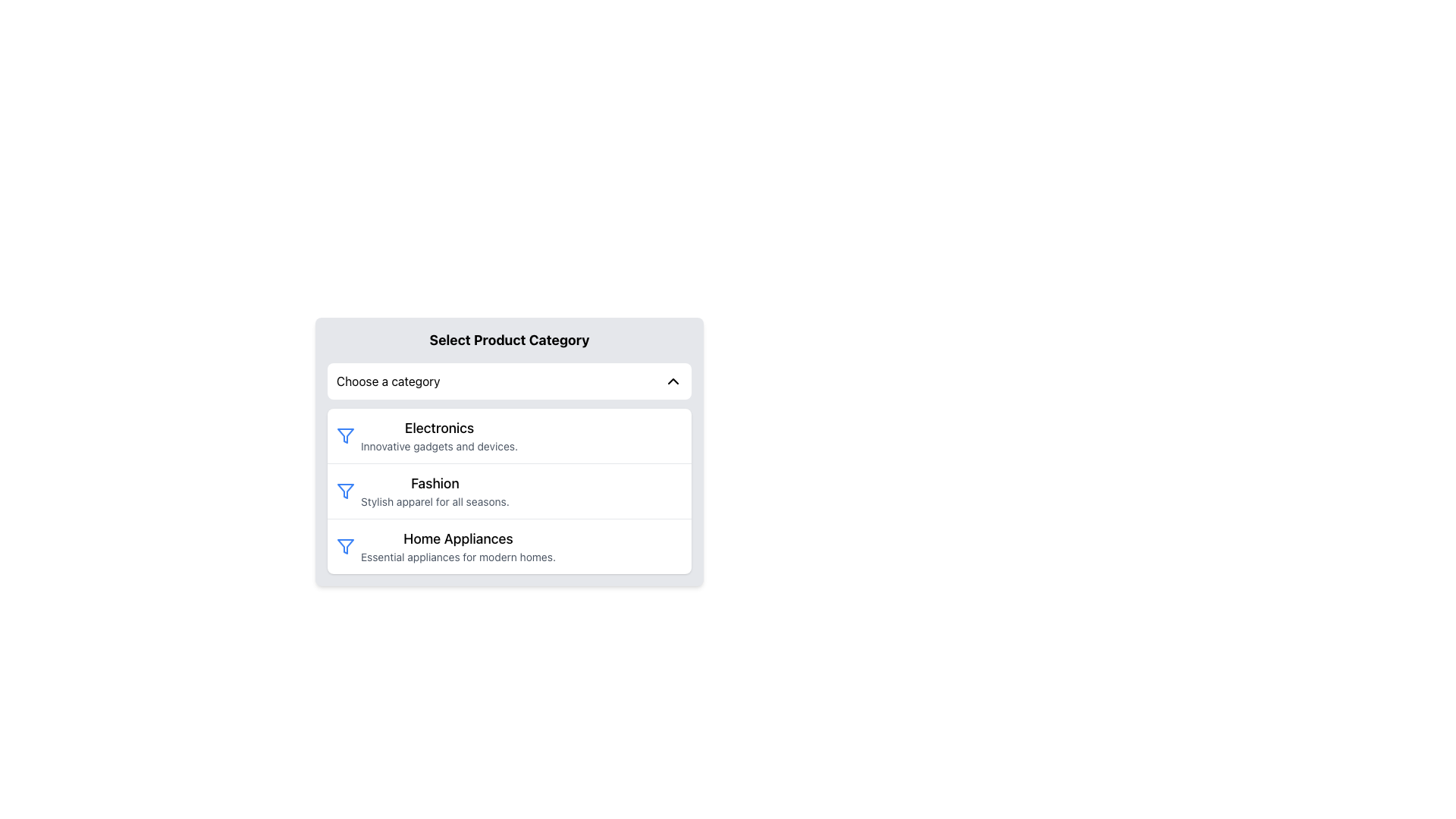  Describe the element at coordinates (345, 491) in the screenshot. I see `the filtering icon located to the left of the text 'FashionStylish apparel for all seasons.'` at that location.